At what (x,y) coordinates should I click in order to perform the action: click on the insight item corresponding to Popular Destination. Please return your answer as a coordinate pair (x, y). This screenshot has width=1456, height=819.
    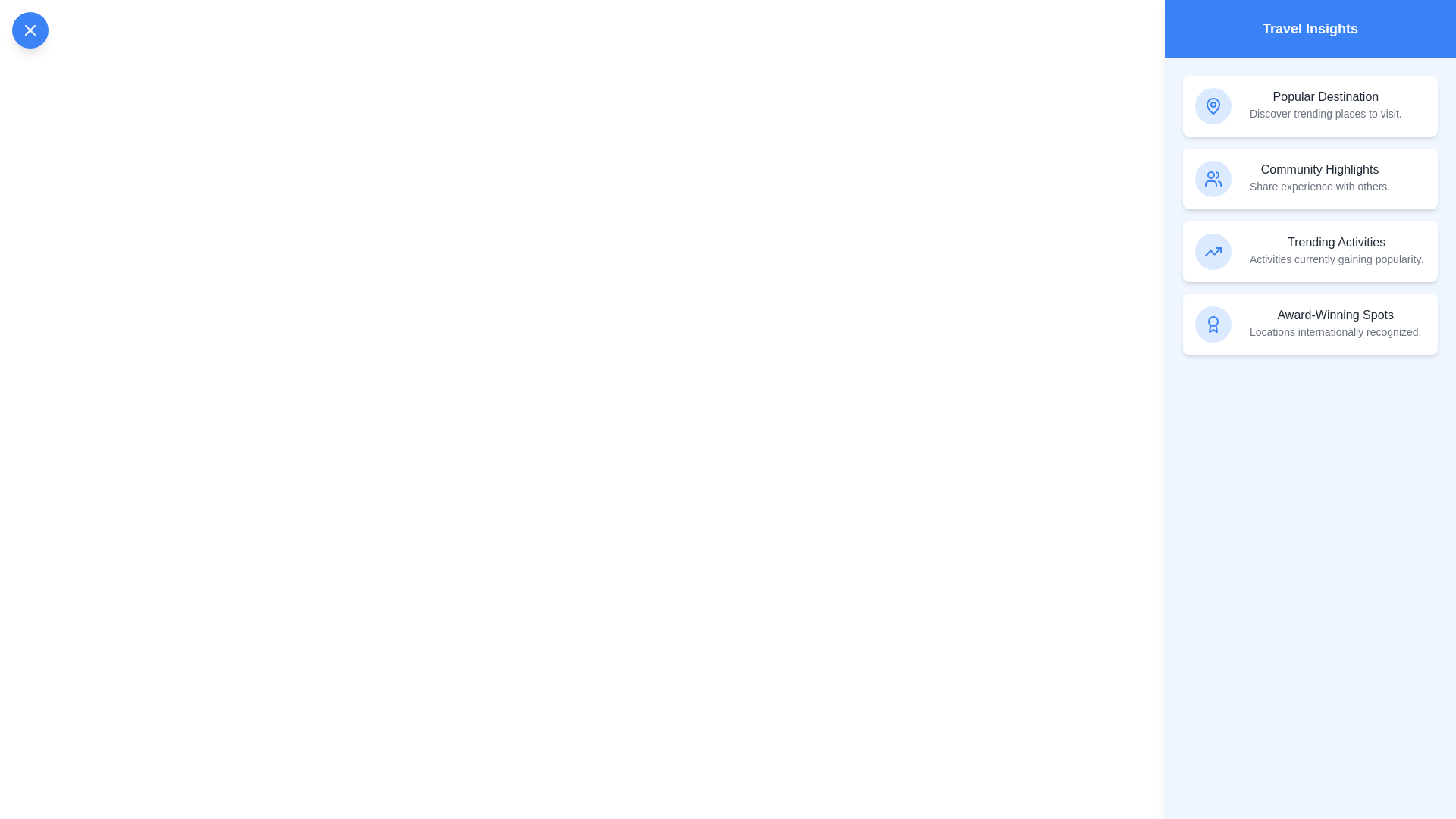
    Looking at the image, I should click on (1310, 105).